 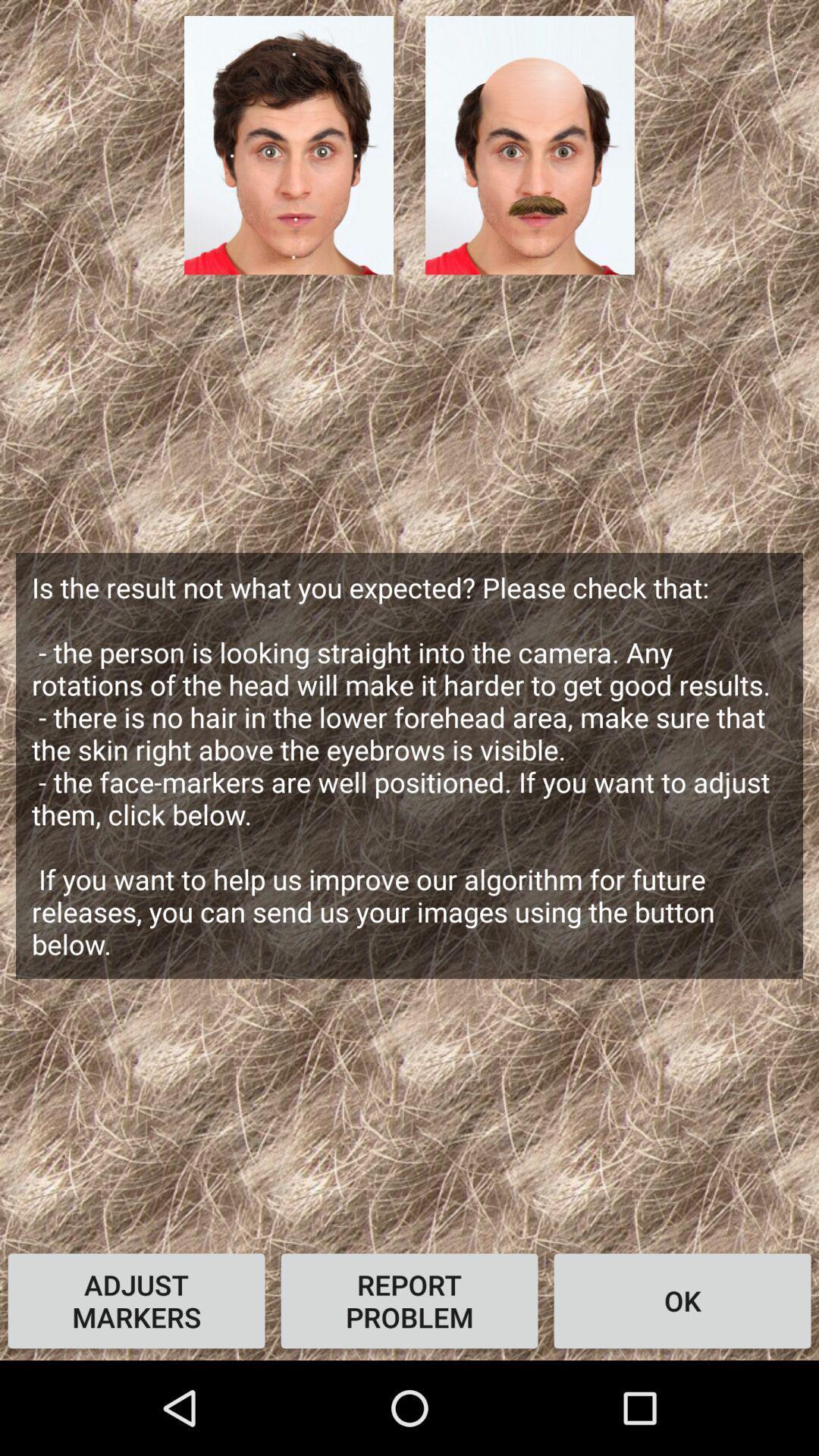 What do you see at coordinates (409, 1300) in the screenshot?
I see `the item next to the adjust markers icon` at bounding box center [409, 1300].